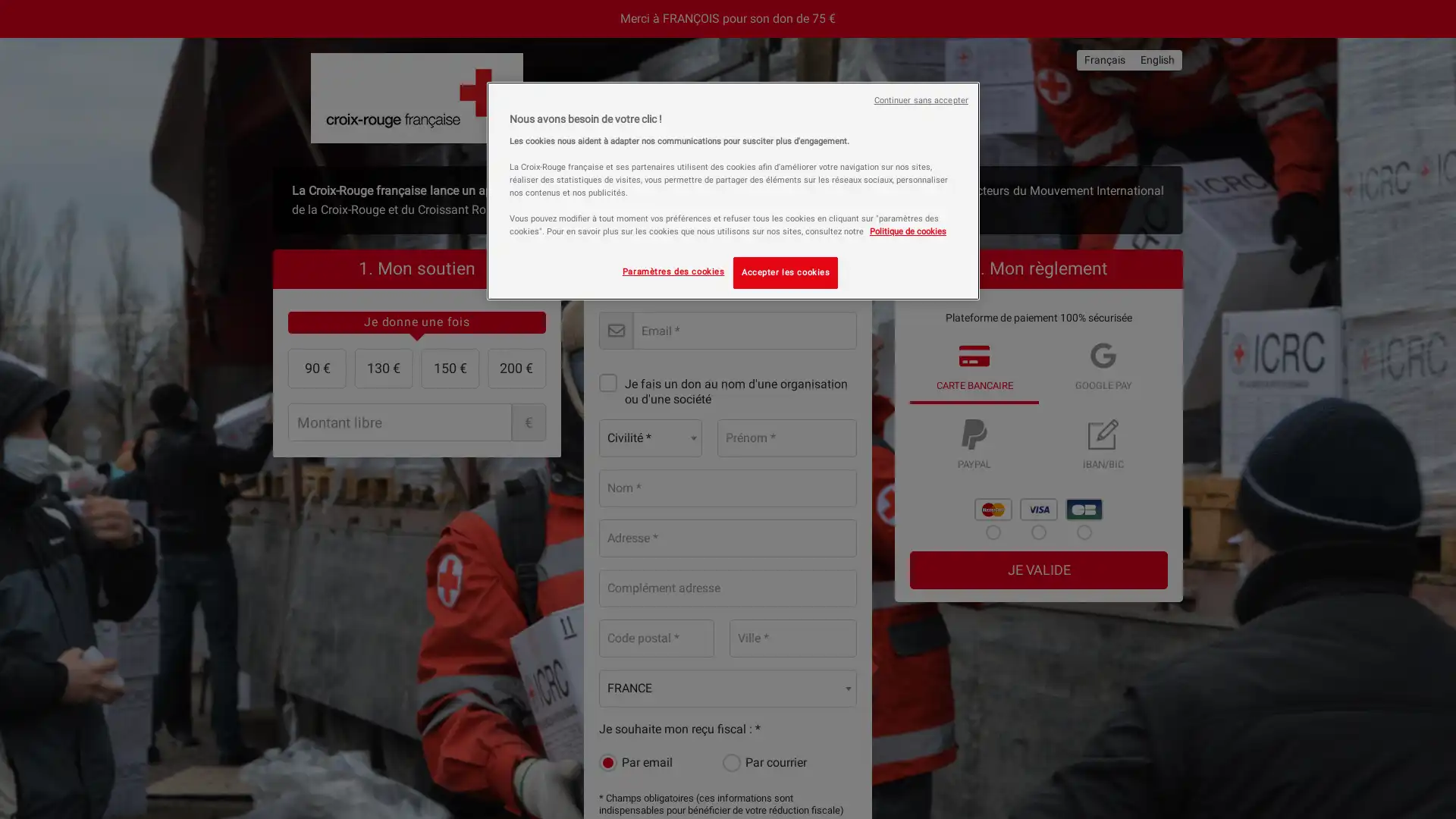 This screenshot has height=819, width=1456. What do you see at coordinates (920, 100) in the screenshot?
I see `Continuer sans accepter` at bounding box center [920, 100].